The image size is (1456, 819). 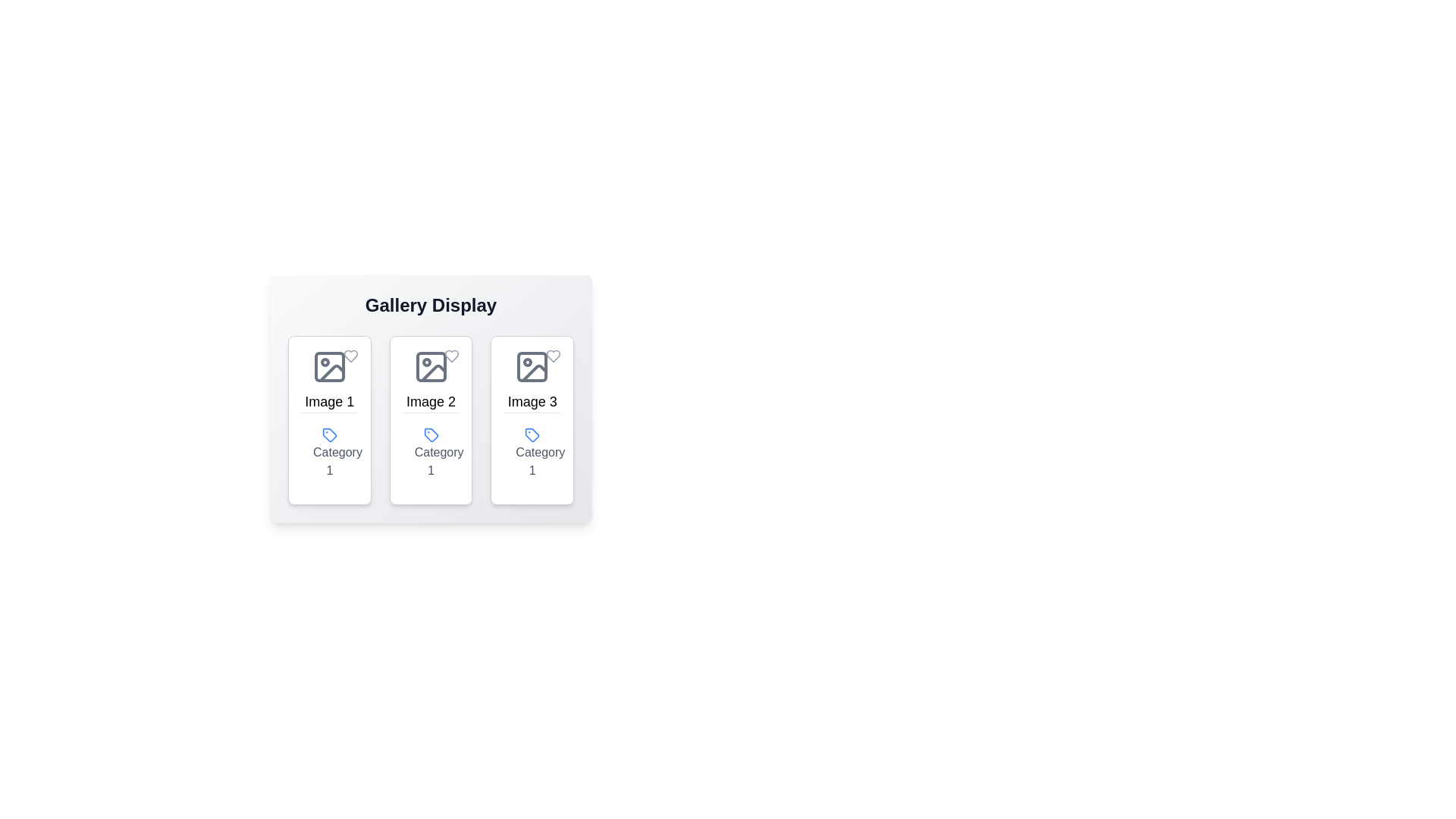 What do you see at coordinates (430, 366) in the screenshot?
I see `the image placeholder icon in the gallery` at bounding box center [430, 366].